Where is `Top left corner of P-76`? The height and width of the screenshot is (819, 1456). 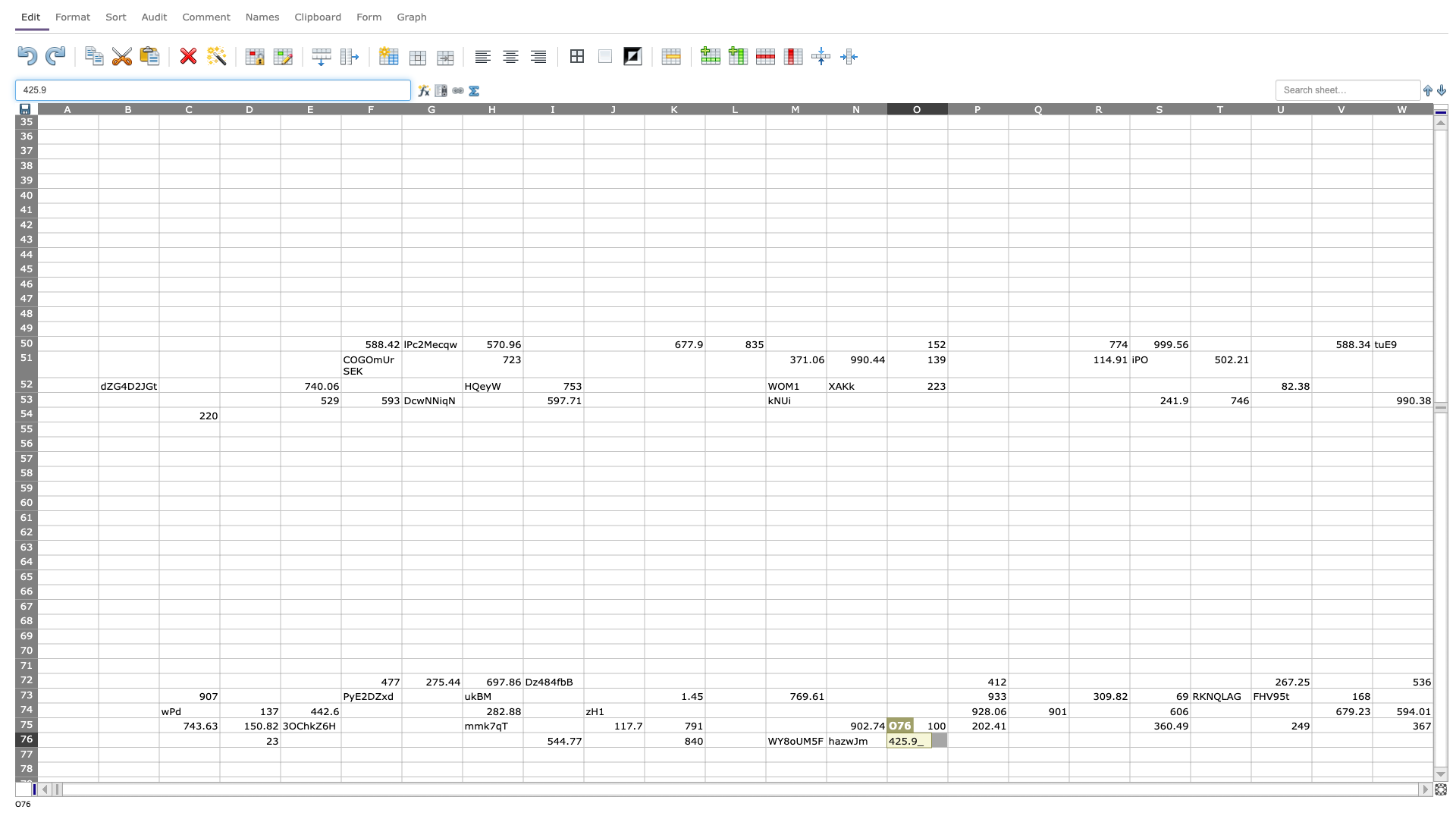
Top left corner of P-76 is located at coordinates (946, 731).